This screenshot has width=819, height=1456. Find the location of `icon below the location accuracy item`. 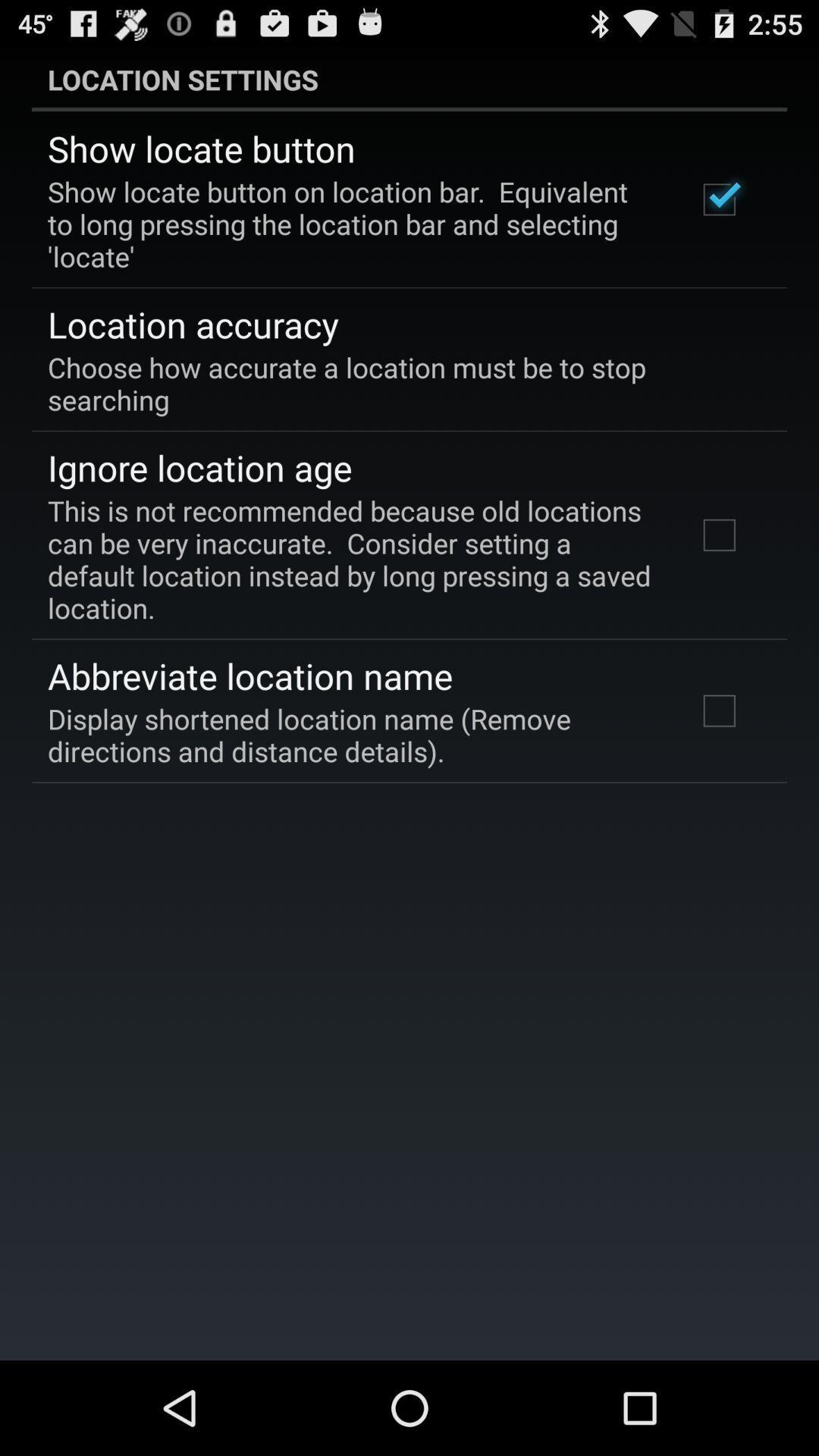

icon below the location accuracy item is located at coordinates (398, 383).